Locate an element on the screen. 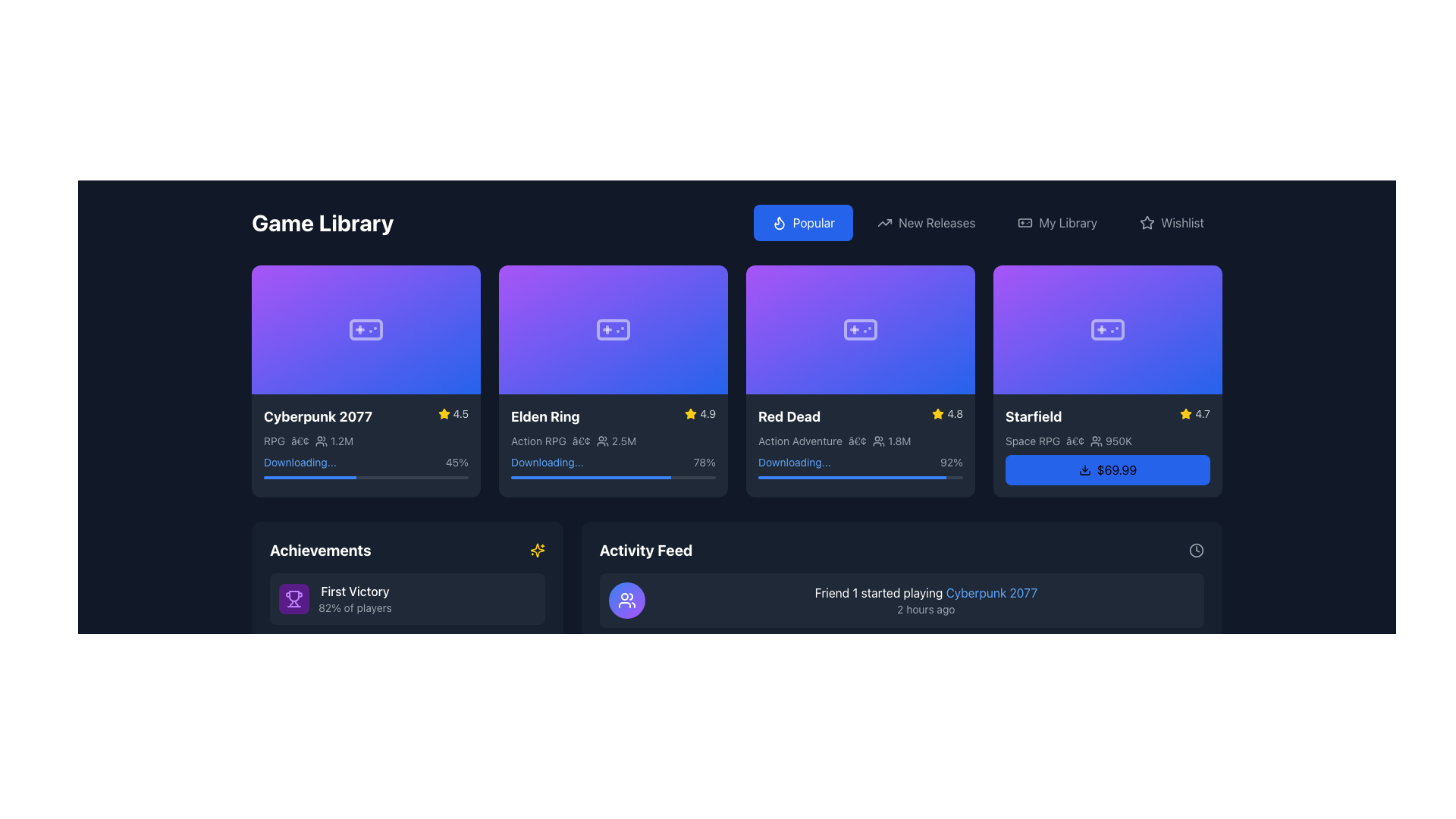 The image size is (1456, 819). the text label displaying '45%' in light gray on a dark background, located next to the 'Downloading...' label in the bottom part of the first tile of the game card grid is located at coordinates (456, 461).